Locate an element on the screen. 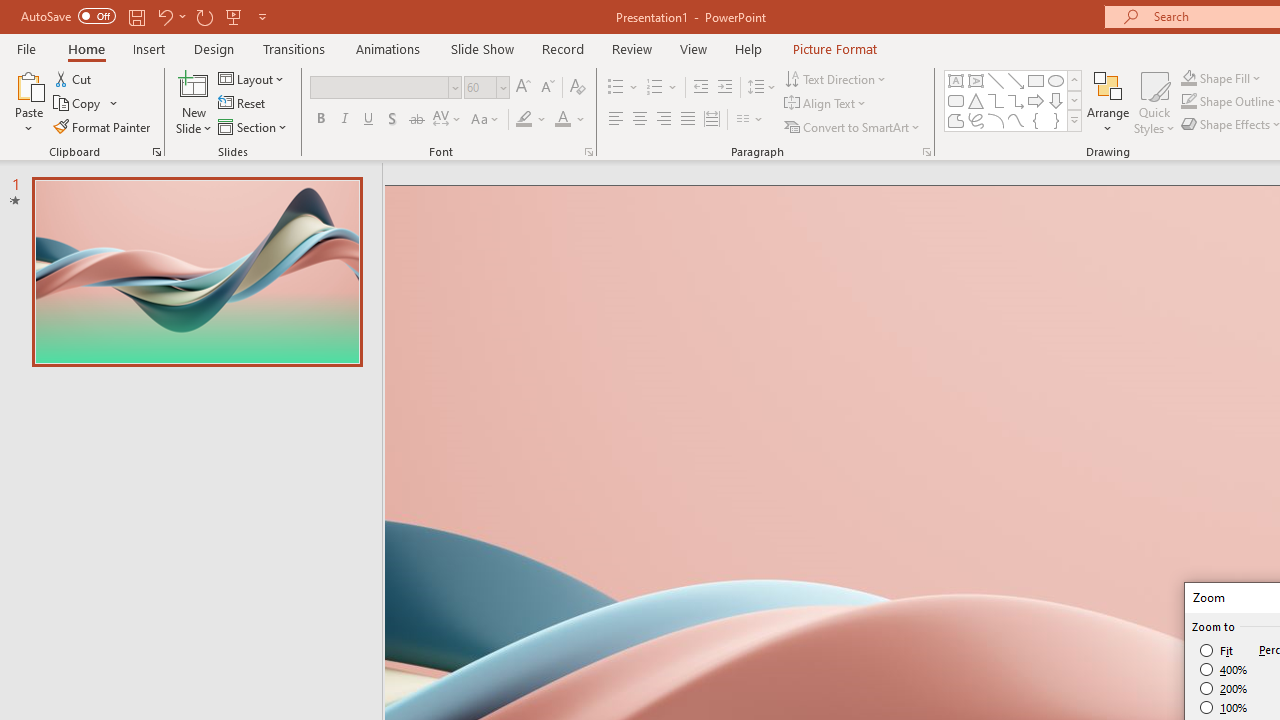  'Arc' is located at coordinates (995, 120).